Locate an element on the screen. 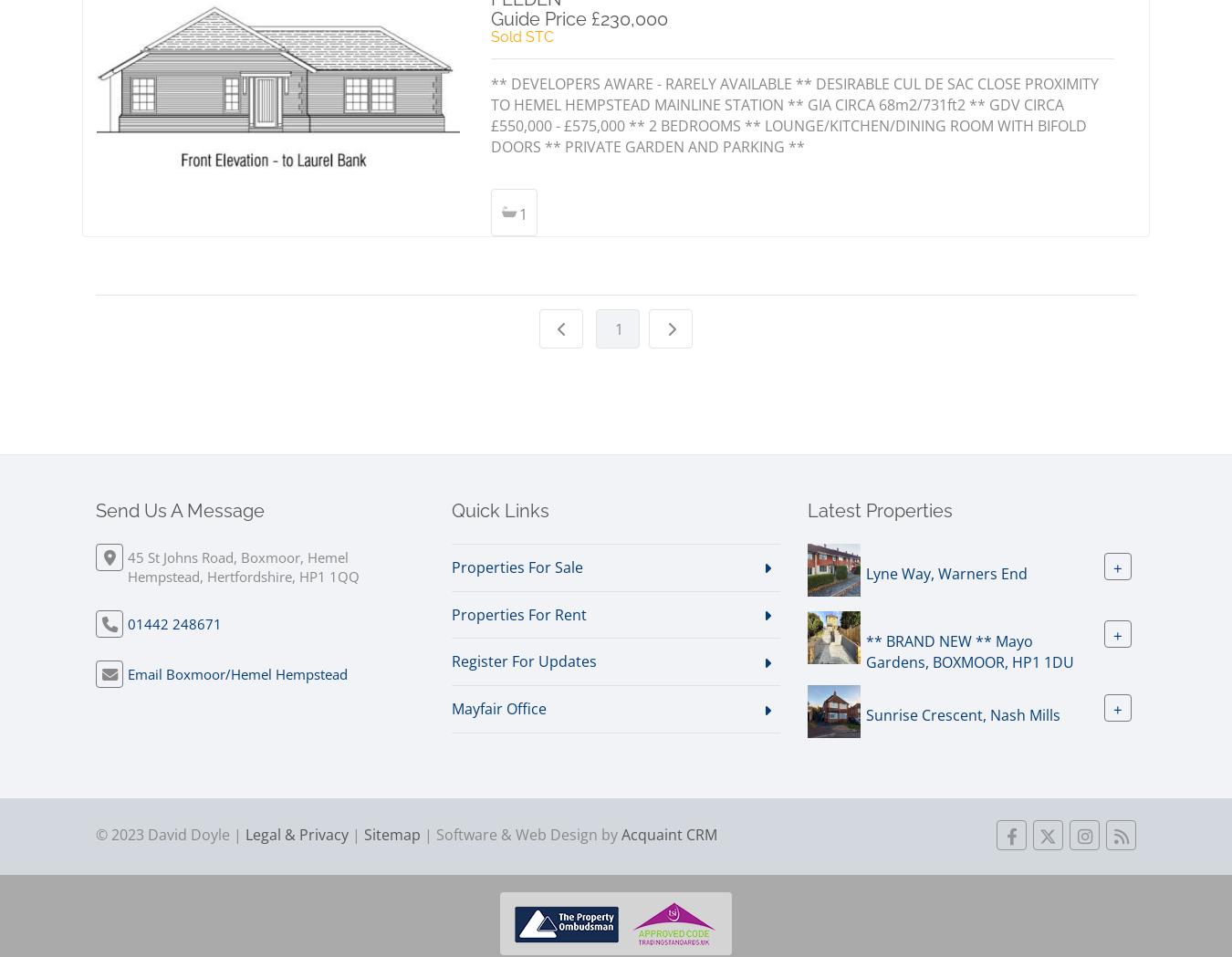 The height and width of the screenshot is (957, 1232). '**  DEVELOPERS AWARE - RARELY AVAILABLE  **  DESIRABLE CUL DE SAC CLOSE PROXIMITY TO HEMEL HEMPSTEAD MAINLINE STATION  **  GIA CIRCA 68m2/731ft2  **  GDV CIRCA £550,000 - £575,000  **  2 BEDROOMS  ** LOUNGE/KITCHEN/DINING ROOM WITH BIFOLD DOORS  **  PRIVATE GARDEN AND PARKING  **' is located at coordinates (795, 114).